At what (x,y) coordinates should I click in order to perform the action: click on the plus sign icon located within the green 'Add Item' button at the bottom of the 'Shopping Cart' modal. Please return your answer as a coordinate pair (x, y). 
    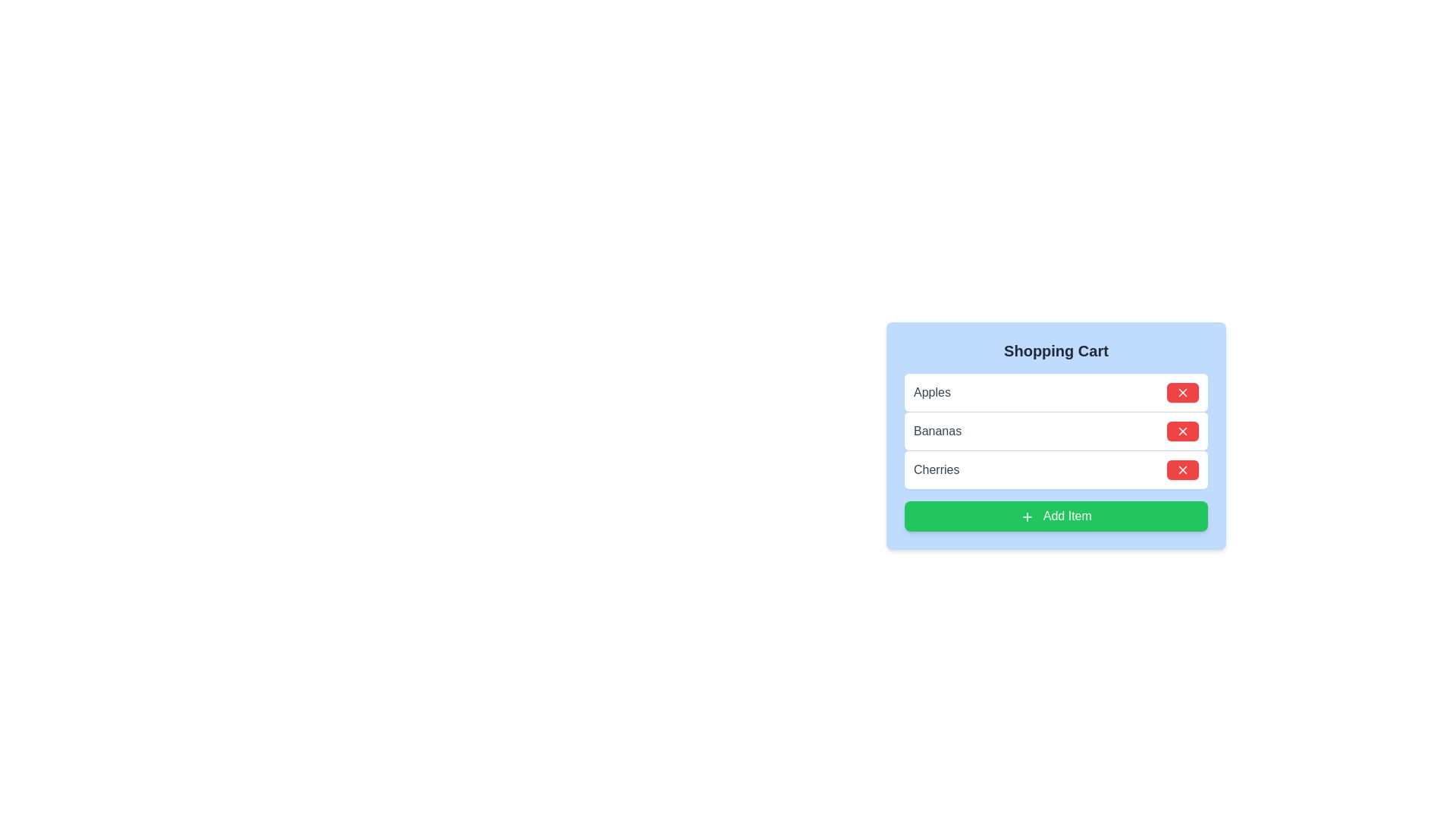
    Looking at the image, I should click on (1028, 516).